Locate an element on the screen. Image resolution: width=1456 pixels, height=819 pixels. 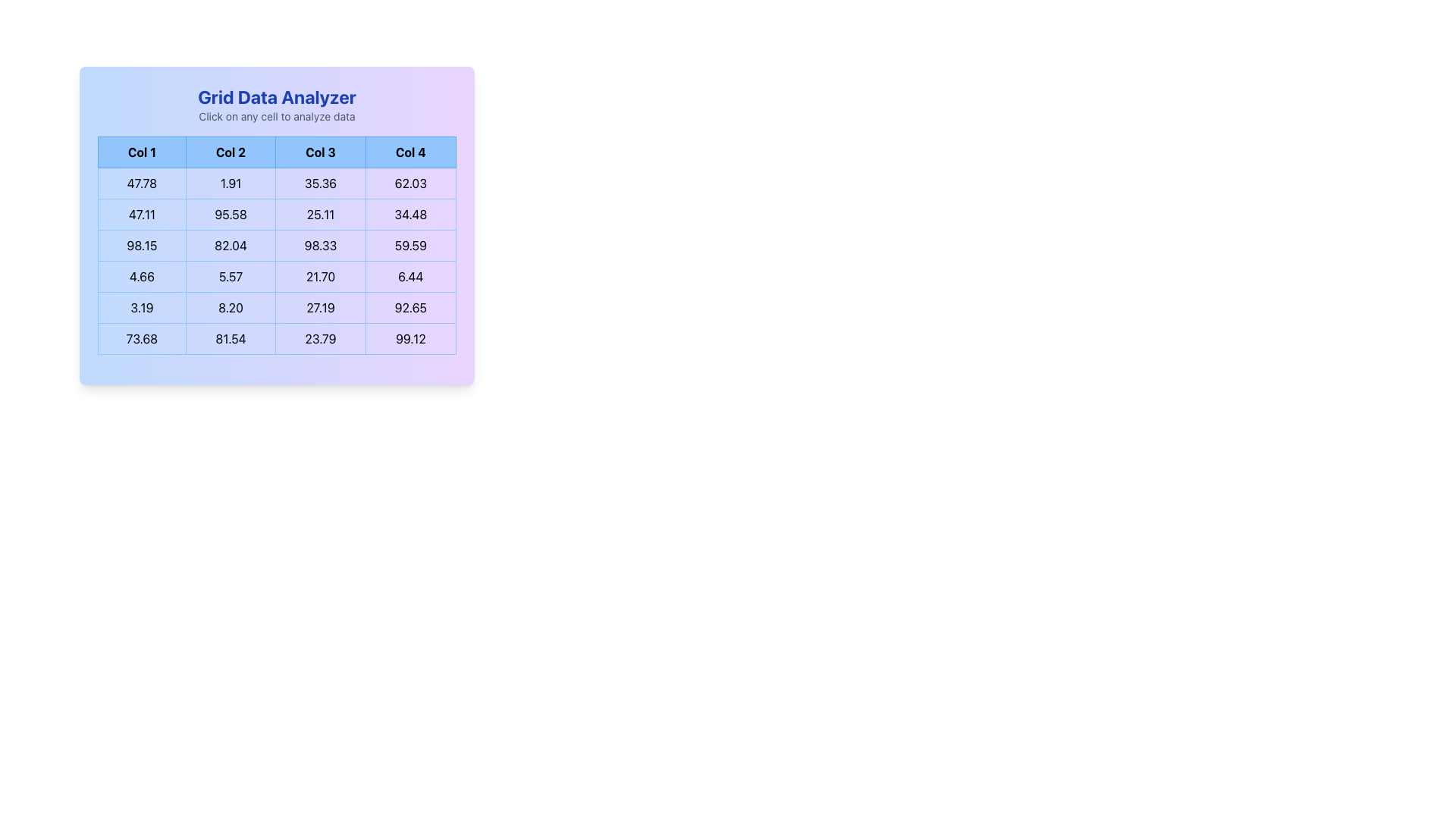
the table cell displaying '21.70' in the third column of the third row for interaction is located at coordinates (319, 277).